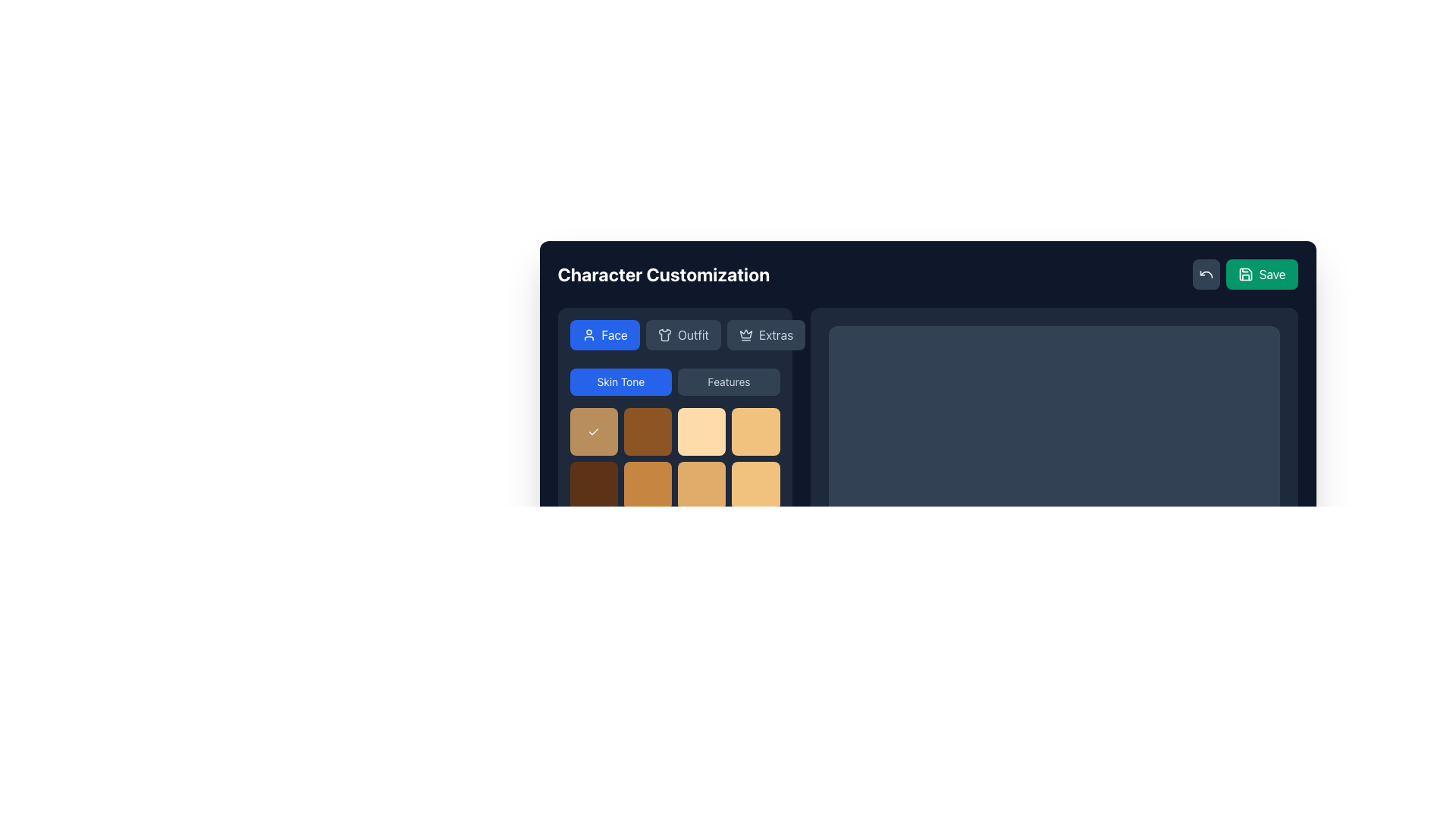  Describe the element at coordinates (593, 431) in the screenshot. I see `the first tile in the top-left corner of the 4x3 grid layout, which has a light brown background and a white check mark icon` at that location.